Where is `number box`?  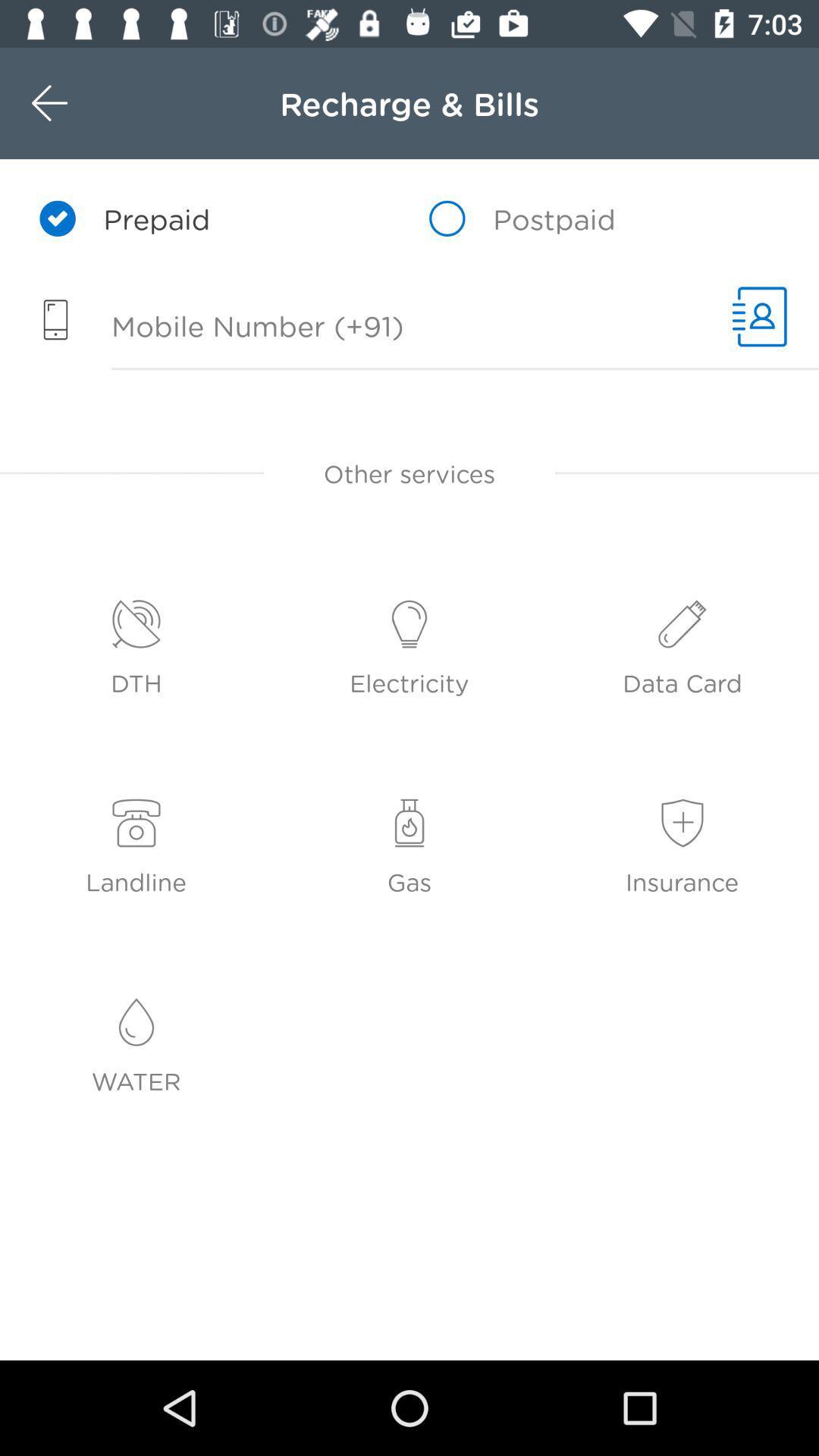
number box is located at coordinates (358, 328).